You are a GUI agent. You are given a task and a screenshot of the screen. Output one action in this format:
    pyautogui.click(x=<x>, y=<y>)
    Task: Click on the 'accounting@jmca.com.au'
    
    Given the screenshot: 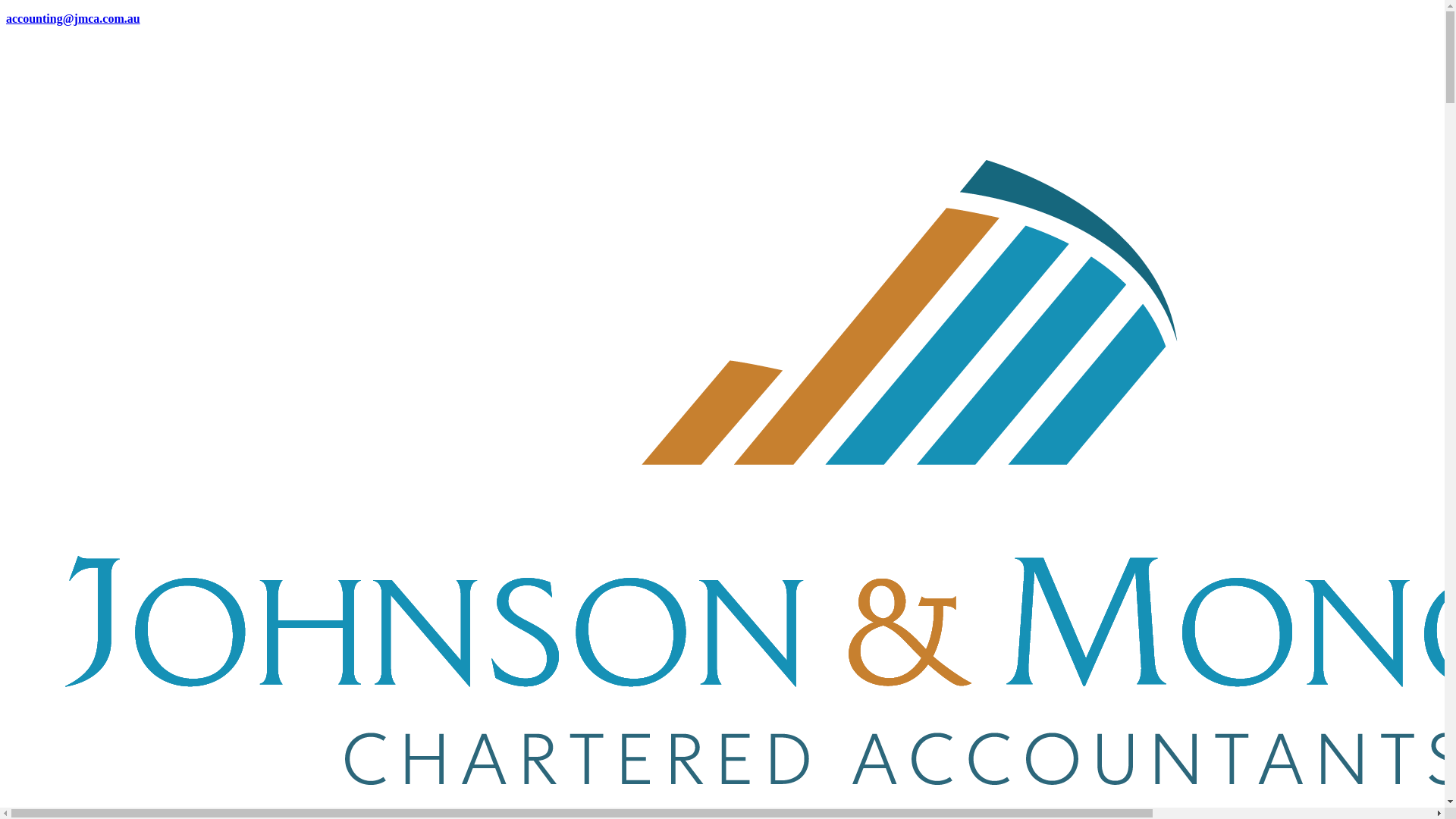 What is the action you would take?
    pyautogui.click(x=72, y=18)
    